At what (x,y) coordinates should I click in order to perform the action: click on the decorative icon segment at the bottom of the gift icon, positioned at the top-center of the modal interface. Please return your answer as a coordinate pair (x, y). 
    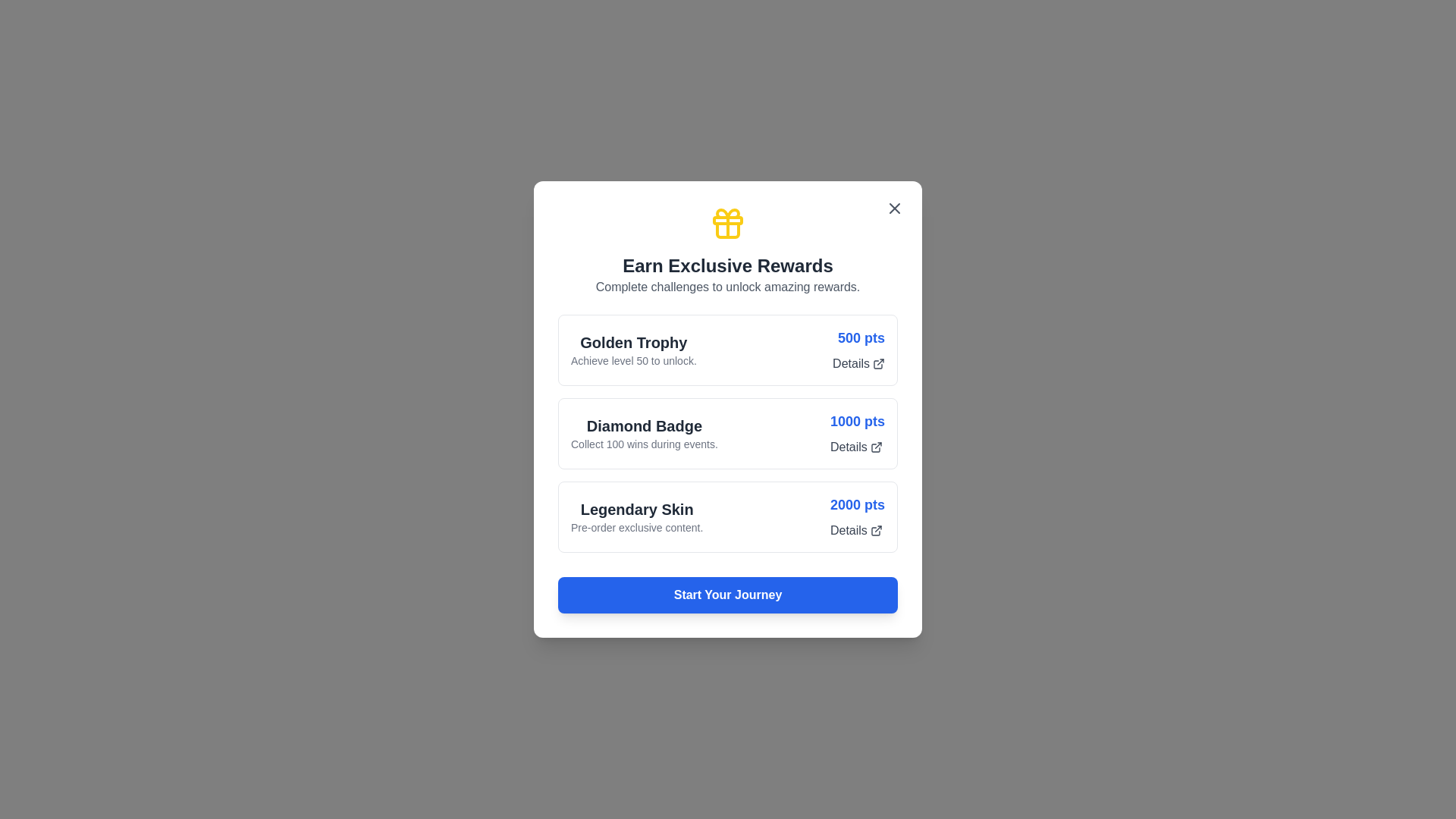
    Looking at the image, I should click on (728, 231).